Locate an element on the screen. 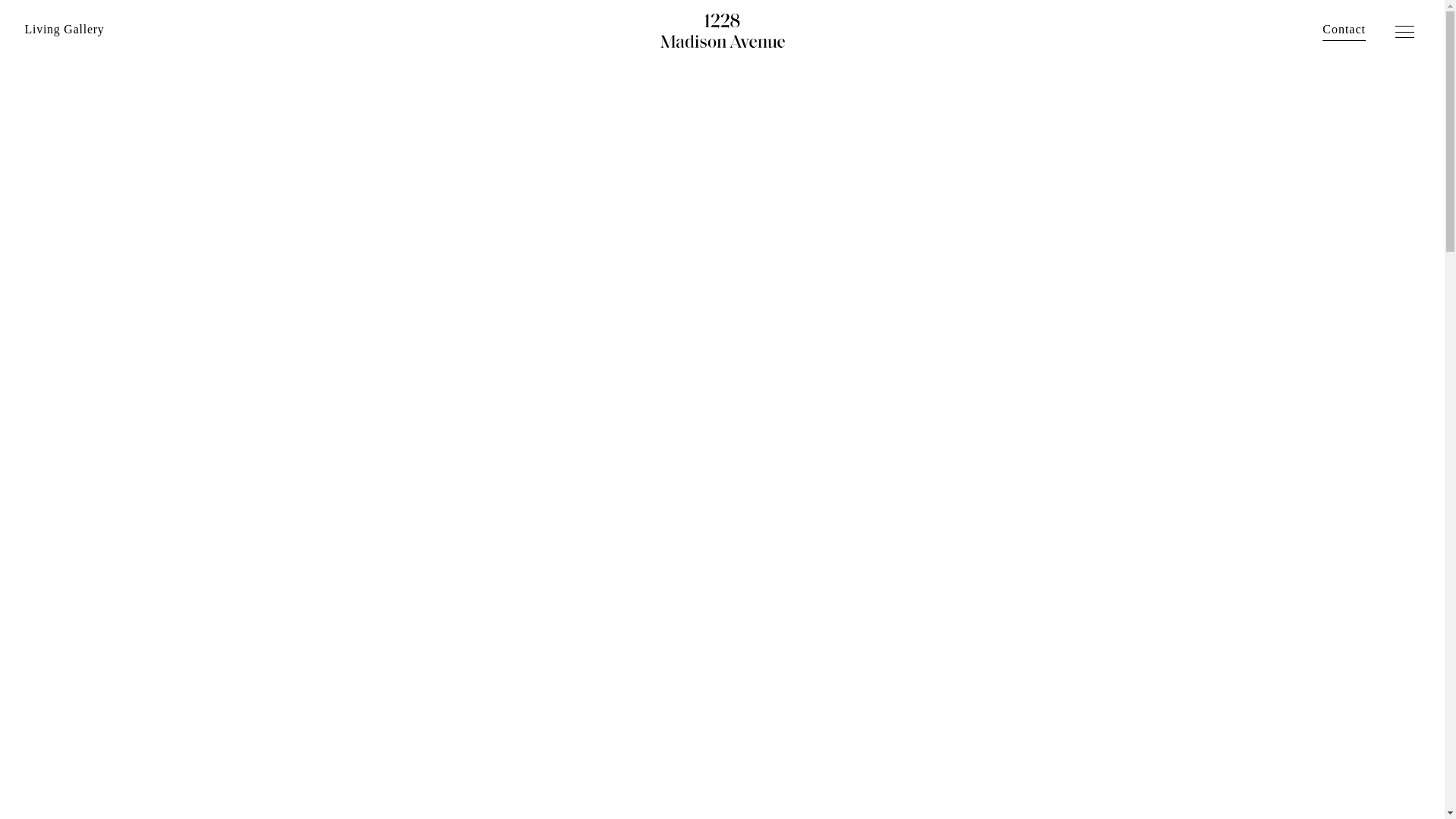 The height and width of the screenshot is (819, 1456). 'Open Menu' is located at coordinates (1405, 33).